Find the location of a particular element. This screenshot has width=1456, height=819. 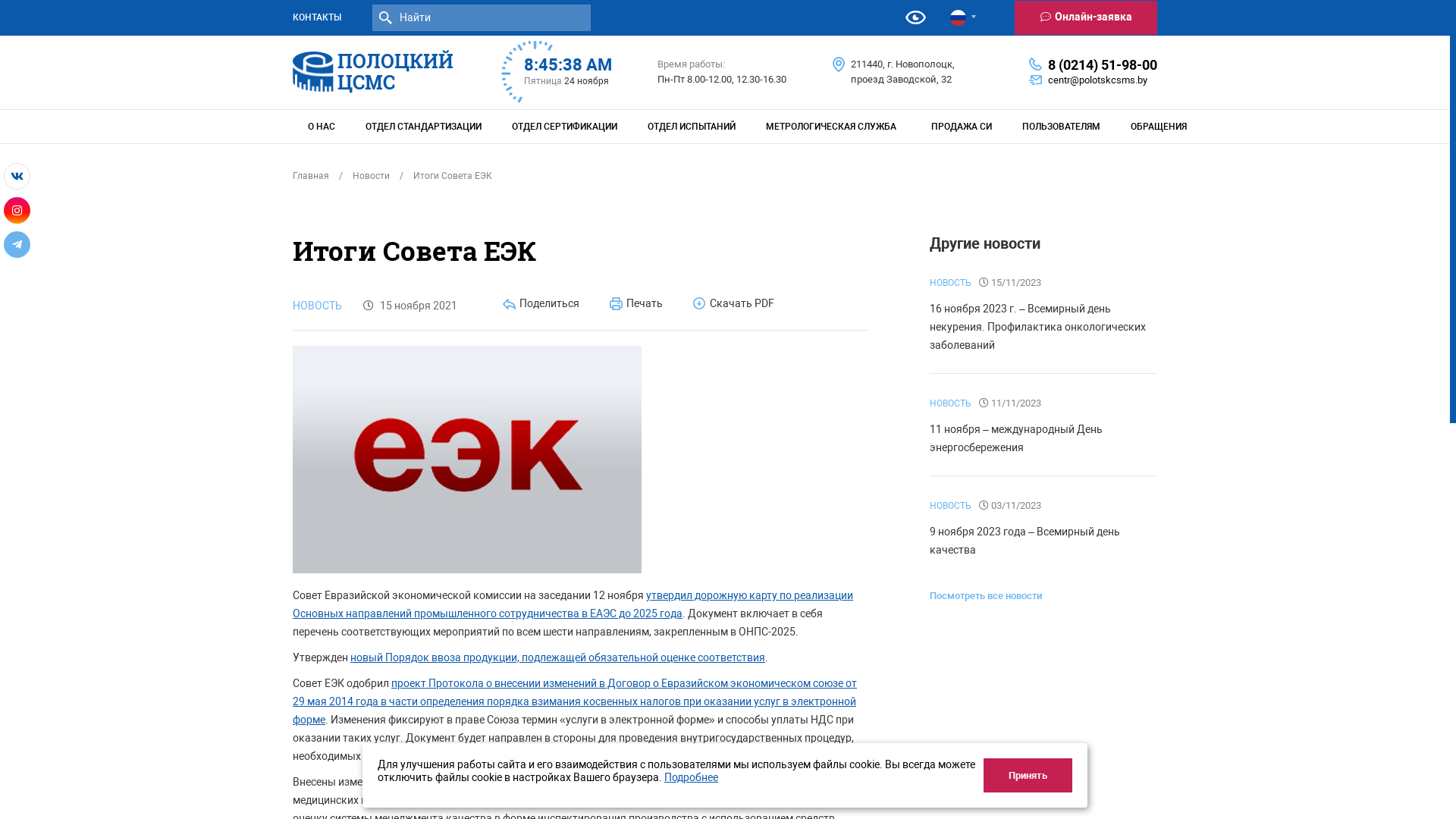

'8 (0214) 51-98-00' is located at coordinates (1103, 63).